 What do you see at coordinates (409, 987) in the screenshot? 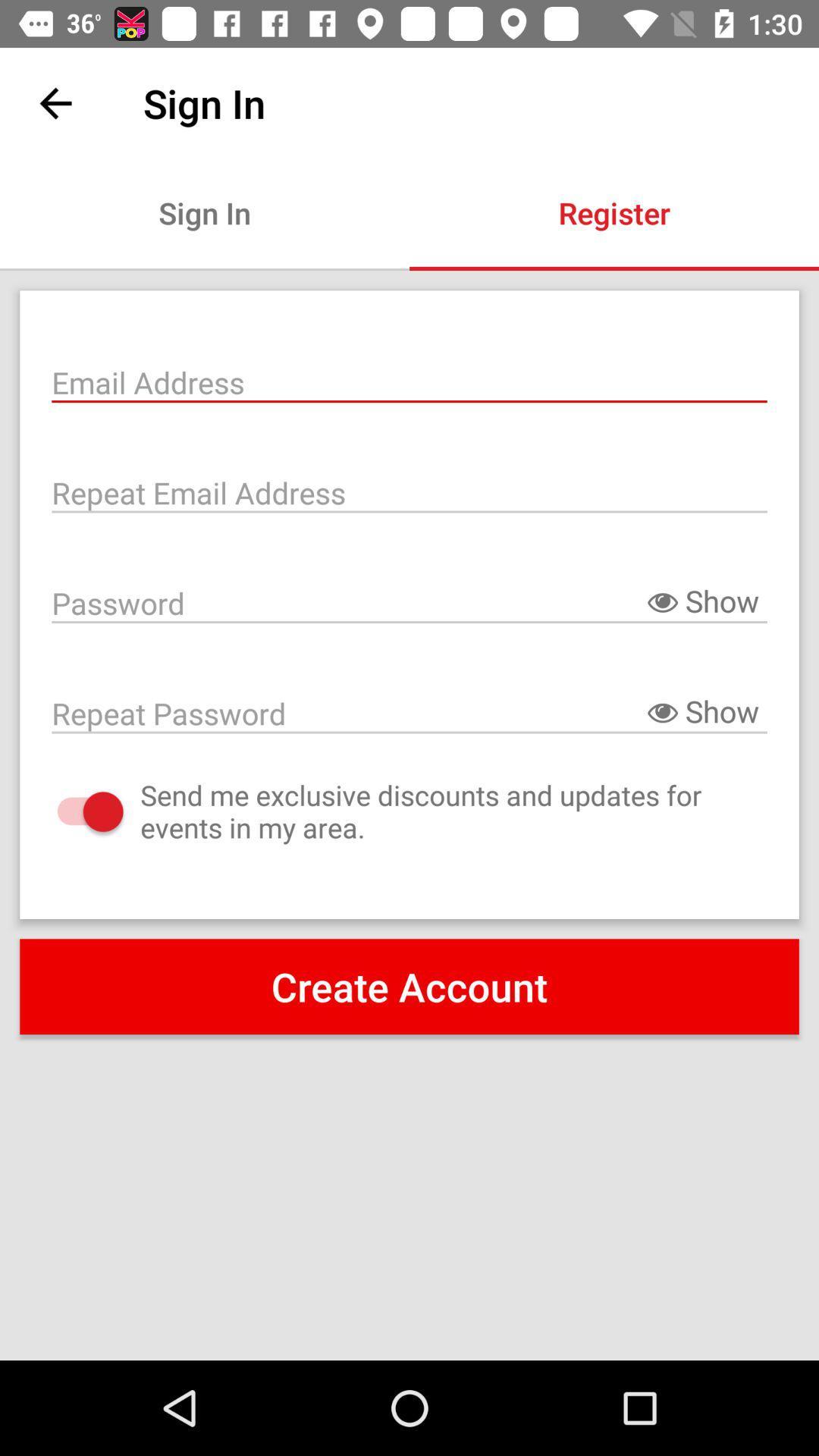
I see `the create account item` at bounding box center [409, 987].